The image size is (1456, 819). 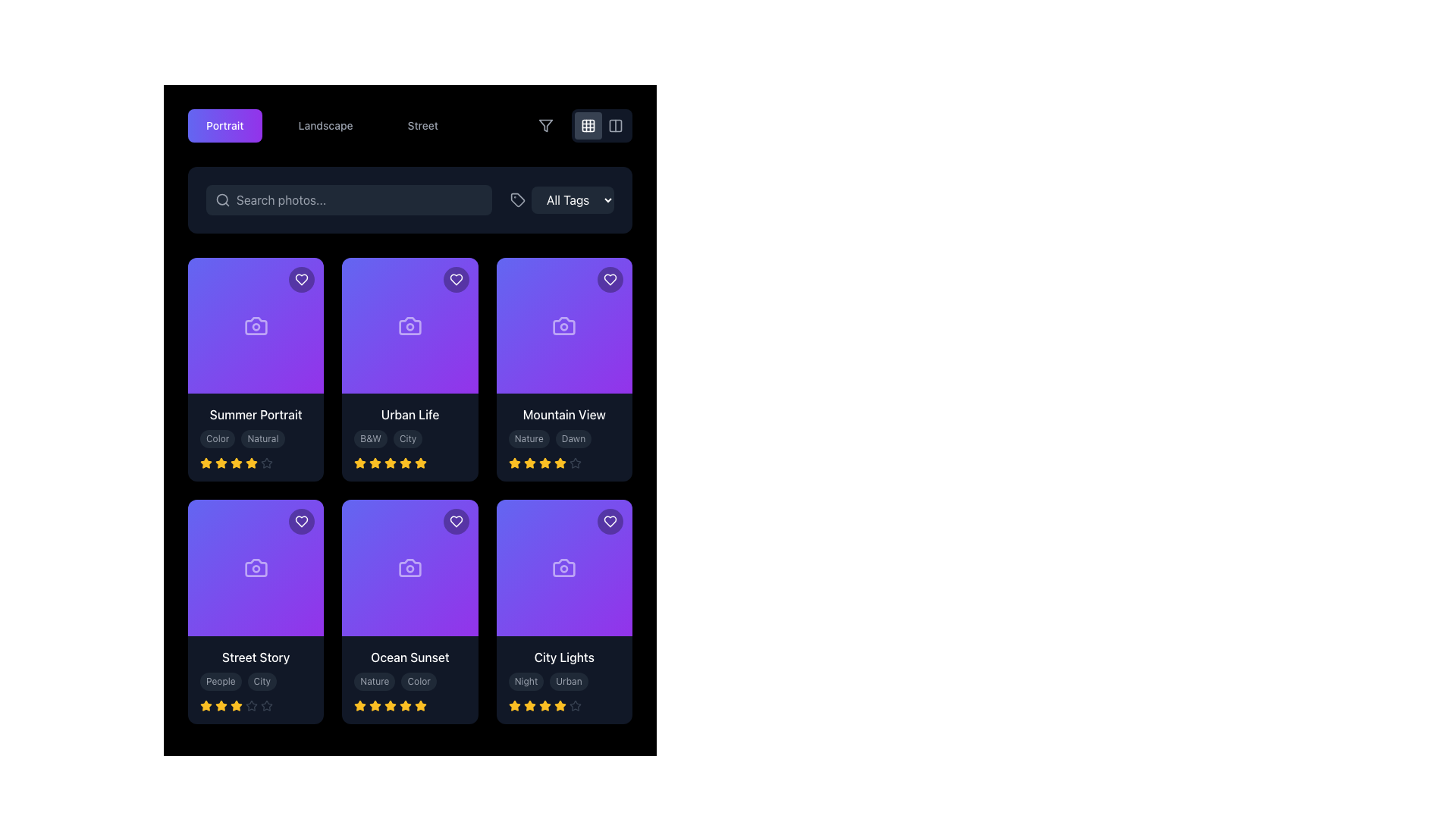 What do you see at coordinates (406, 705) in the screenshot?
I see `the fifth star icon in the 5-star rating system for the 'Ocean Sunset' card to rate the item as 5 stars` at bounding box center [406, 705].